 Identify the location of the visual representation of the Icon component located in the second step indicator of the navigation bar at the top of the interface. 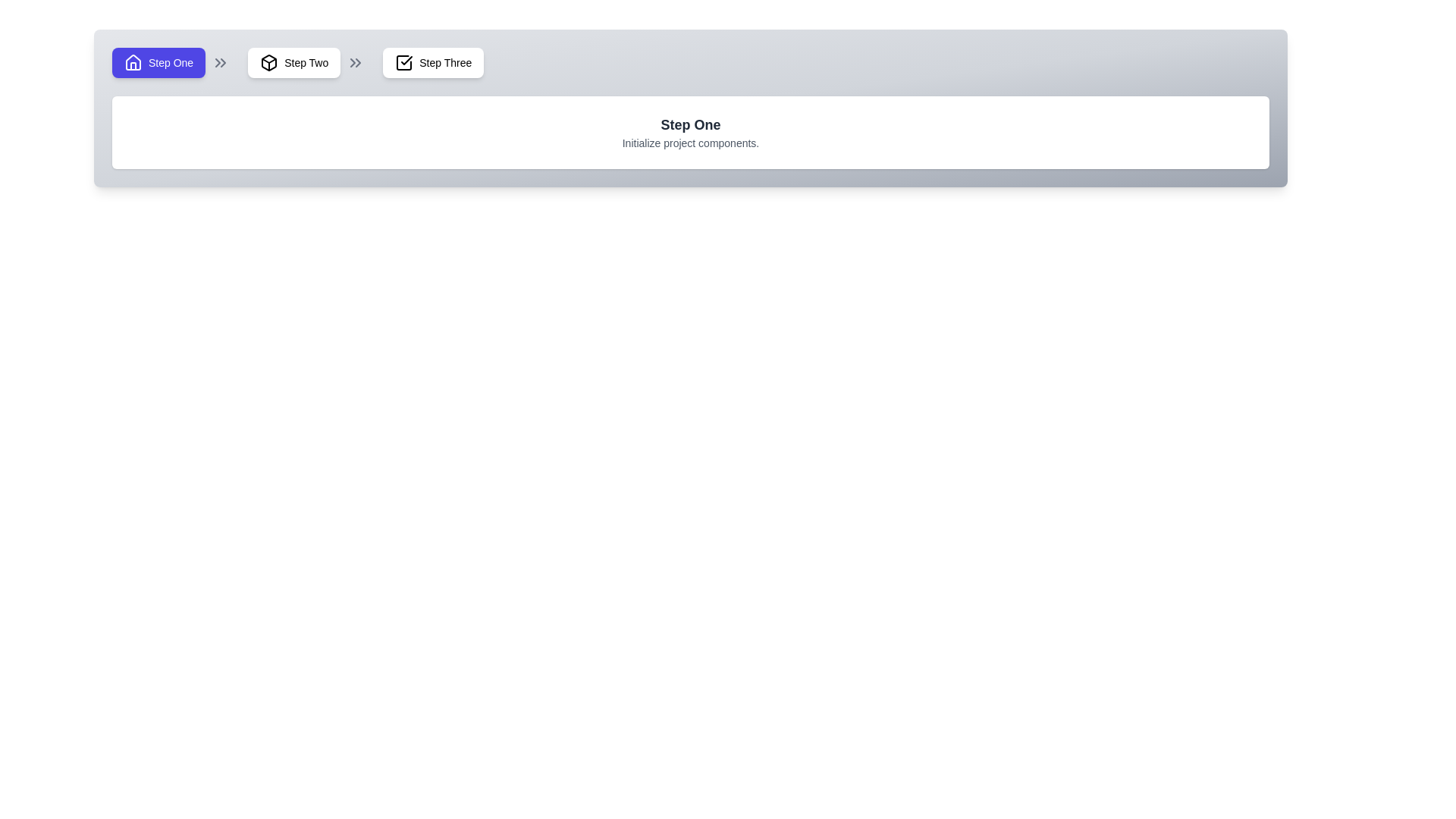
(269, 62).